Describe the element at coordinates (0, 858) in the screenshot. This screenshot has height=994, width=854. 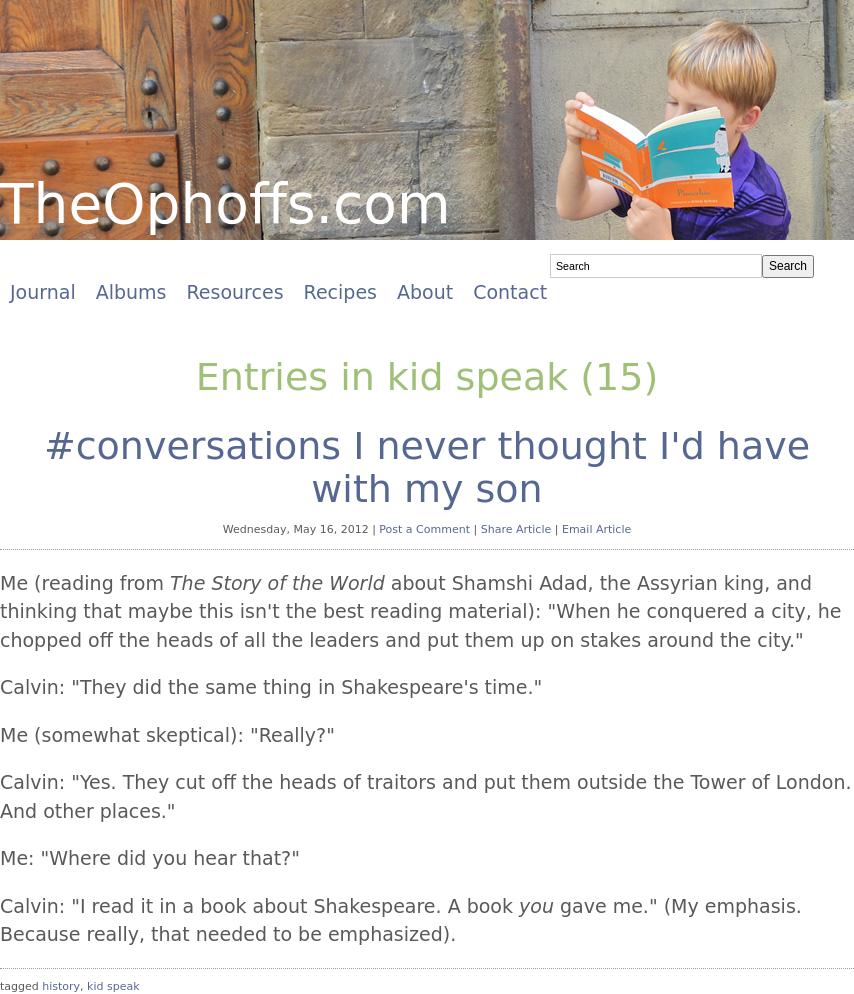
I see `'Me: "Where did you hear that?"'` at that location.